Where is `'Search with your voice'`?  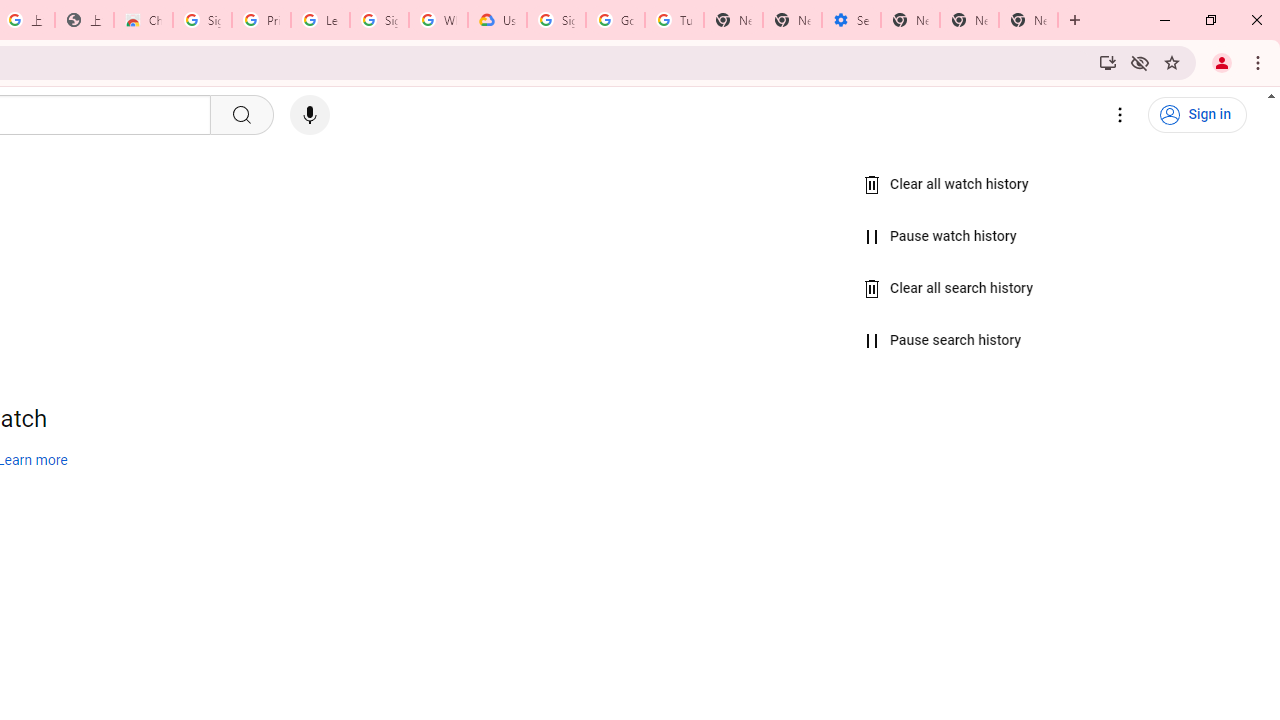
'Search with your voice' is located at coordinates (308, 115).